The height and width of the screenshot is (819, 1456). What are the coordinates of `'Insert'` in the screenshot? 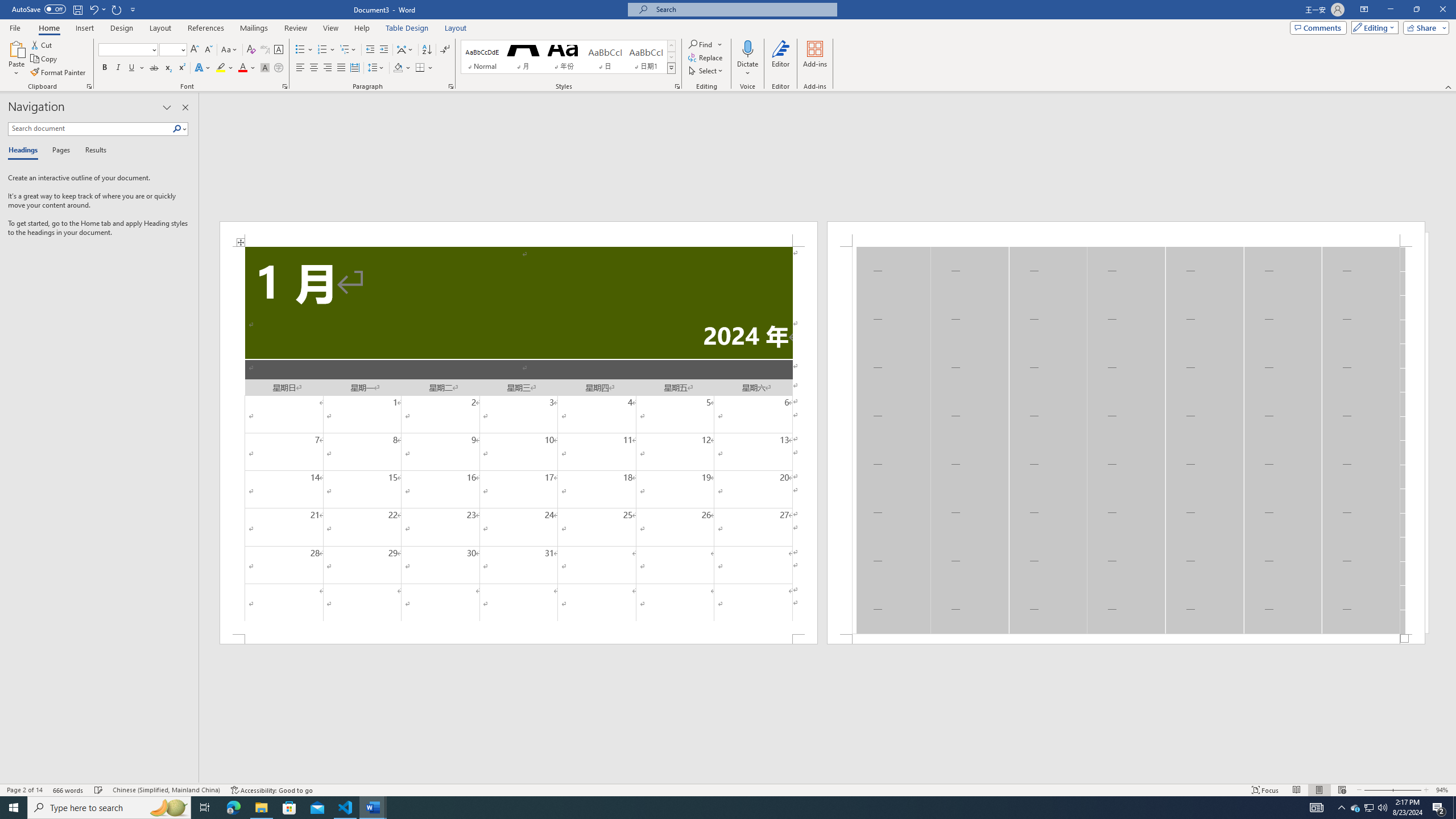 It's located at (84, 28).